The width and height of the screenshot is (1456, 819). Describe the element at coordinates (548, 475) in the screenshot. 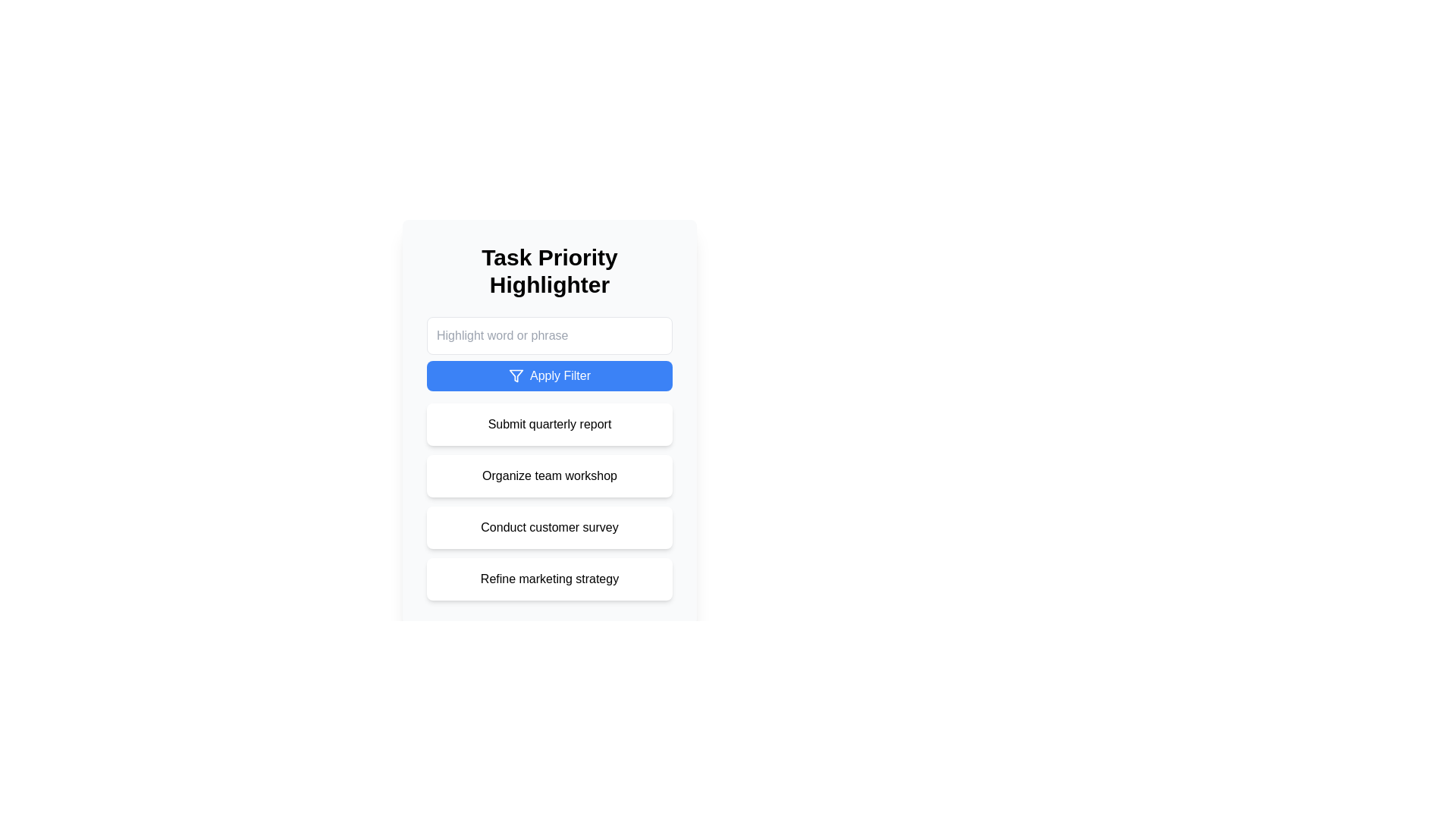

I see `the second task description button in the vertically stacked list` at that location.